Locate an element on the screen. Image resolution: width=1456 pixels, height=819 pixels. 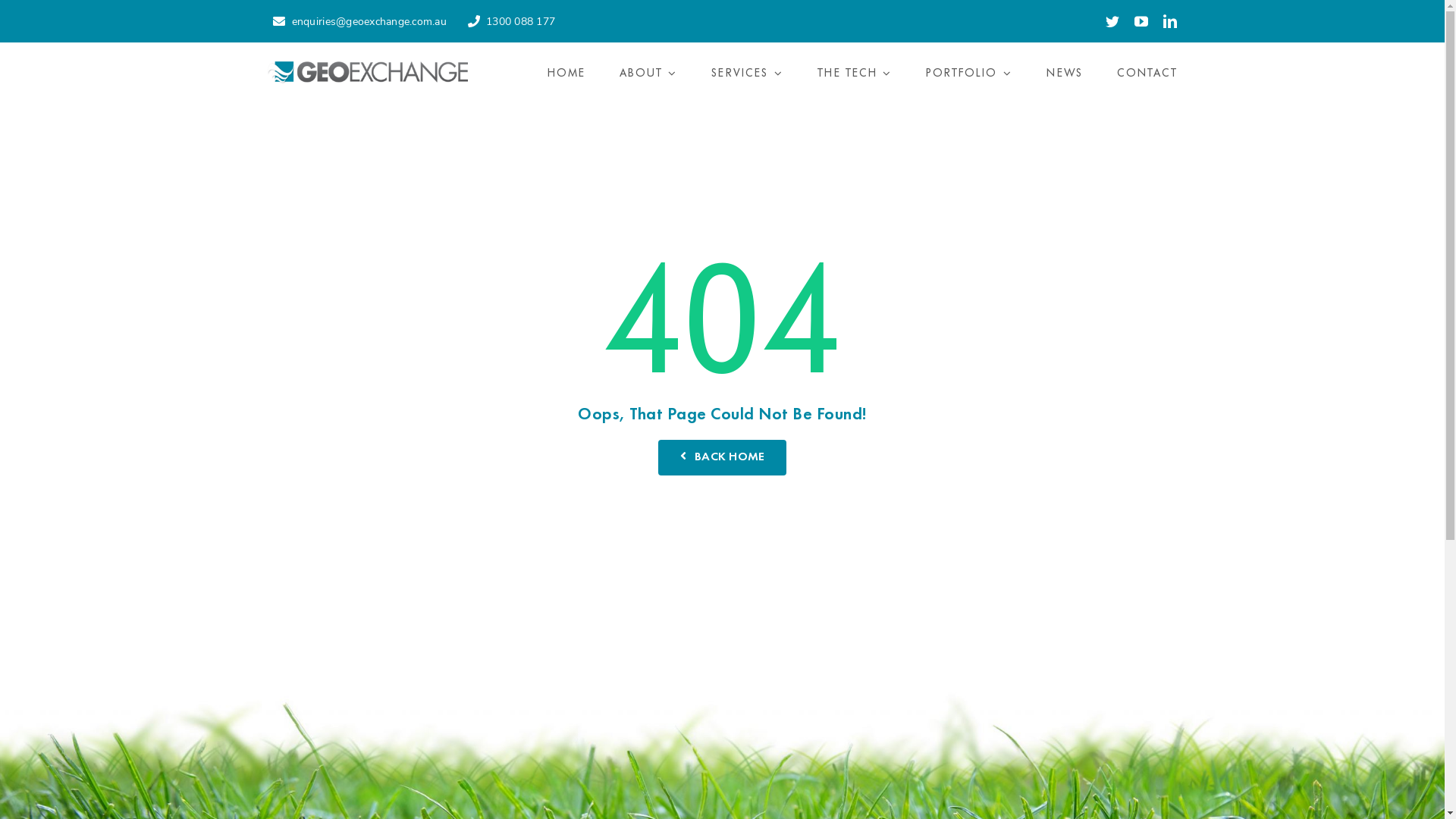
'1300 088 177' is located at coordinates (508, 20).